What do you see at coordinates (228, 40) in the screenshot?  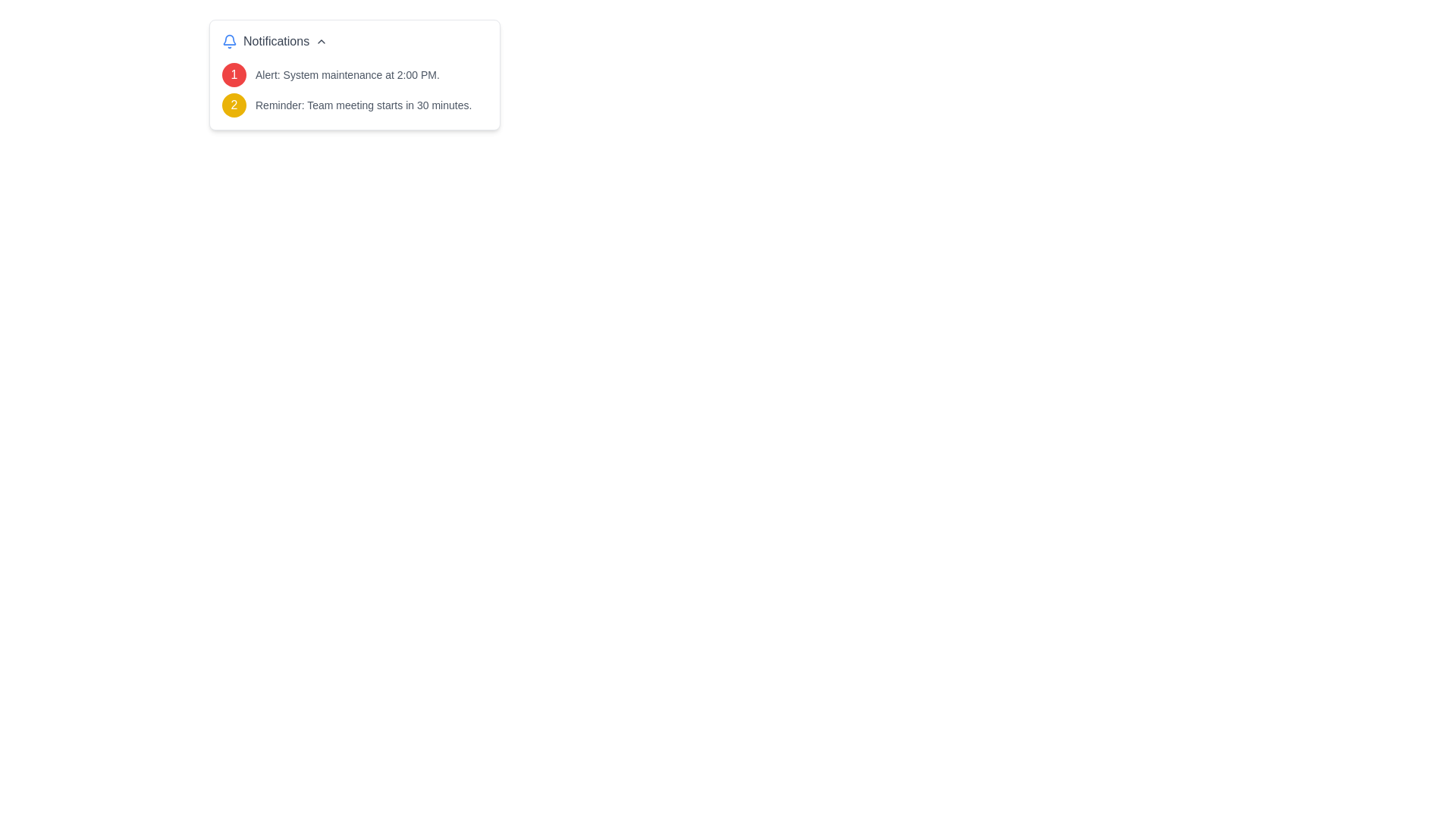 I see `the bell icon representing notifications, which is the leftmost element in the 'Notifications' group` at bounding box center [228, 40].